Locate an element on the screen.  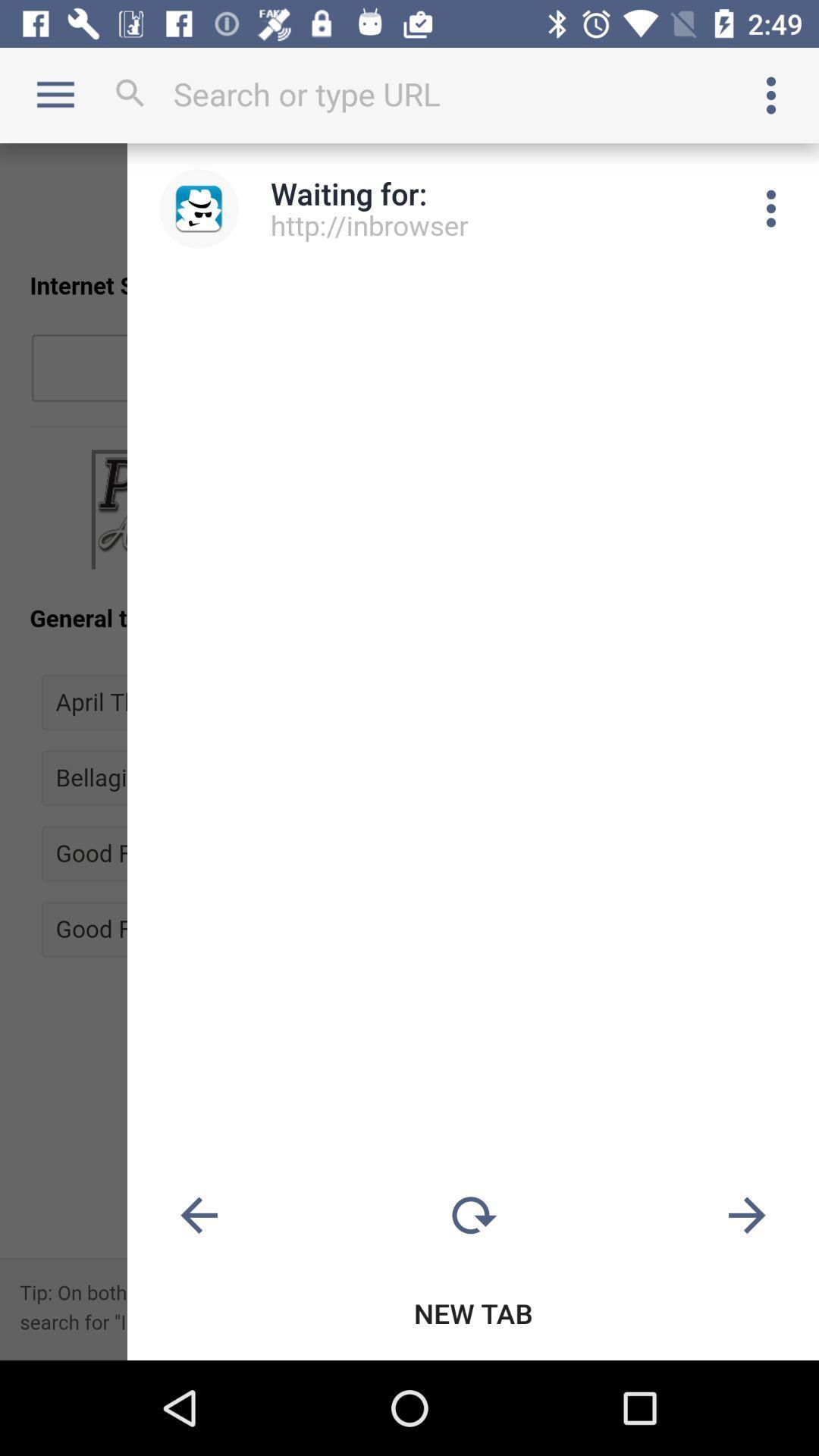
icon above the new tab icon is located at coordinates (472, 1216).